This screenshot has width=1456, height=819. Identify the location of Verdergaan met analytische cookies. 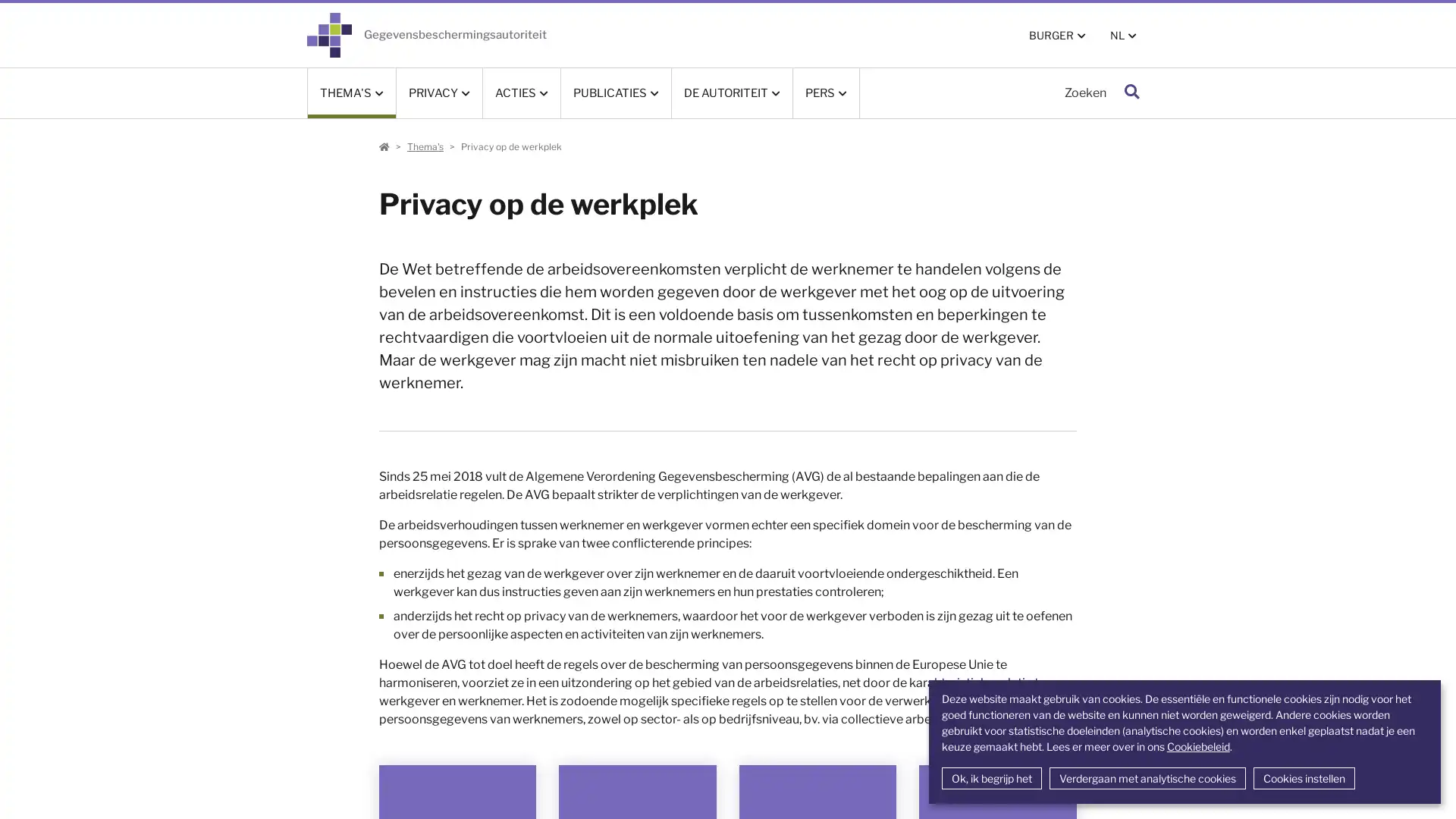
(1147, 778).